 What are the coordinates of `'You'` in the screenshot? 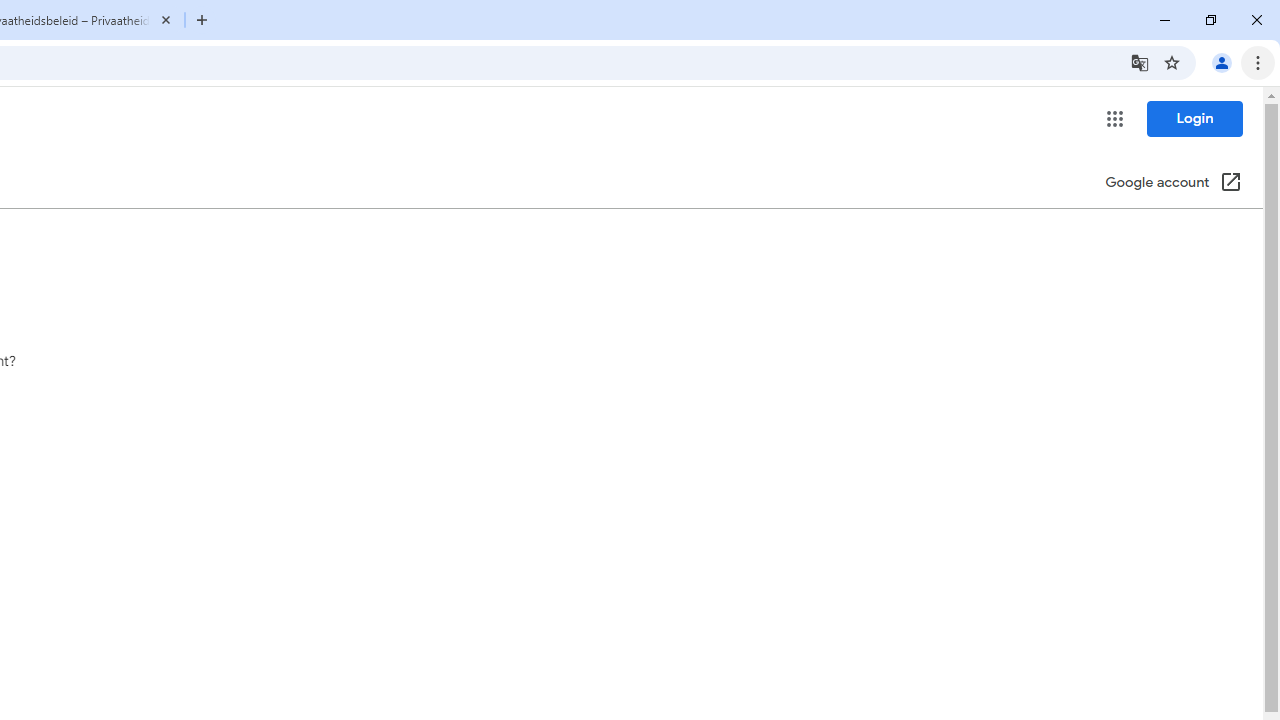 It's located at (1220, 61).